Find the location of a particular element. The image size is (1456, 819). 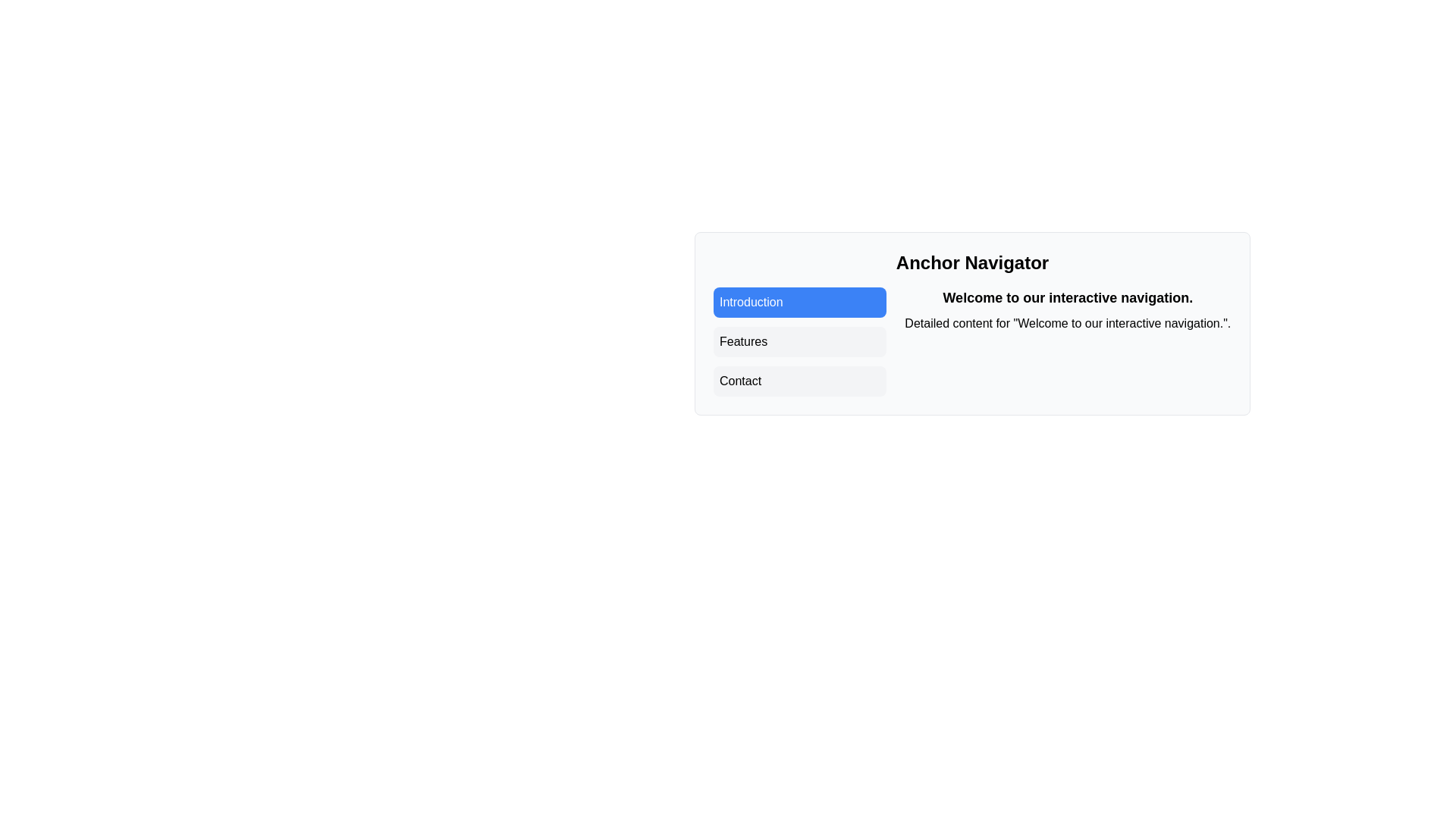

the 'Introduction' button using tab navigation is located at coordinates (799, 302).